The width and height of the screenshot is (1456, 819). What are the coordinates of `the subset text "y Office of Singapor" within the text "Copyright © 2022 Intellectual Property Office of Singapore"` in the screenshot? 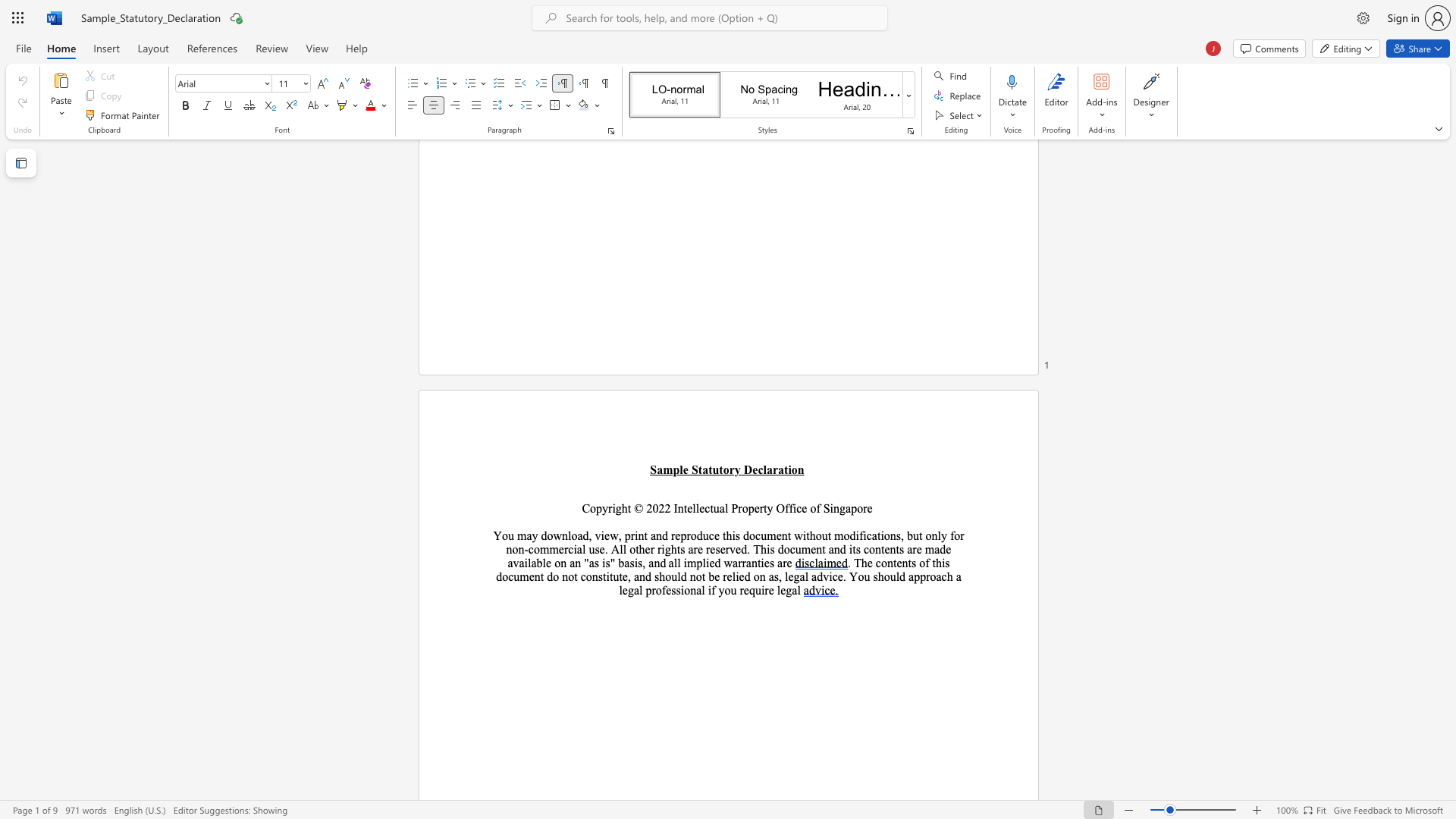 It's located at (767, 508).